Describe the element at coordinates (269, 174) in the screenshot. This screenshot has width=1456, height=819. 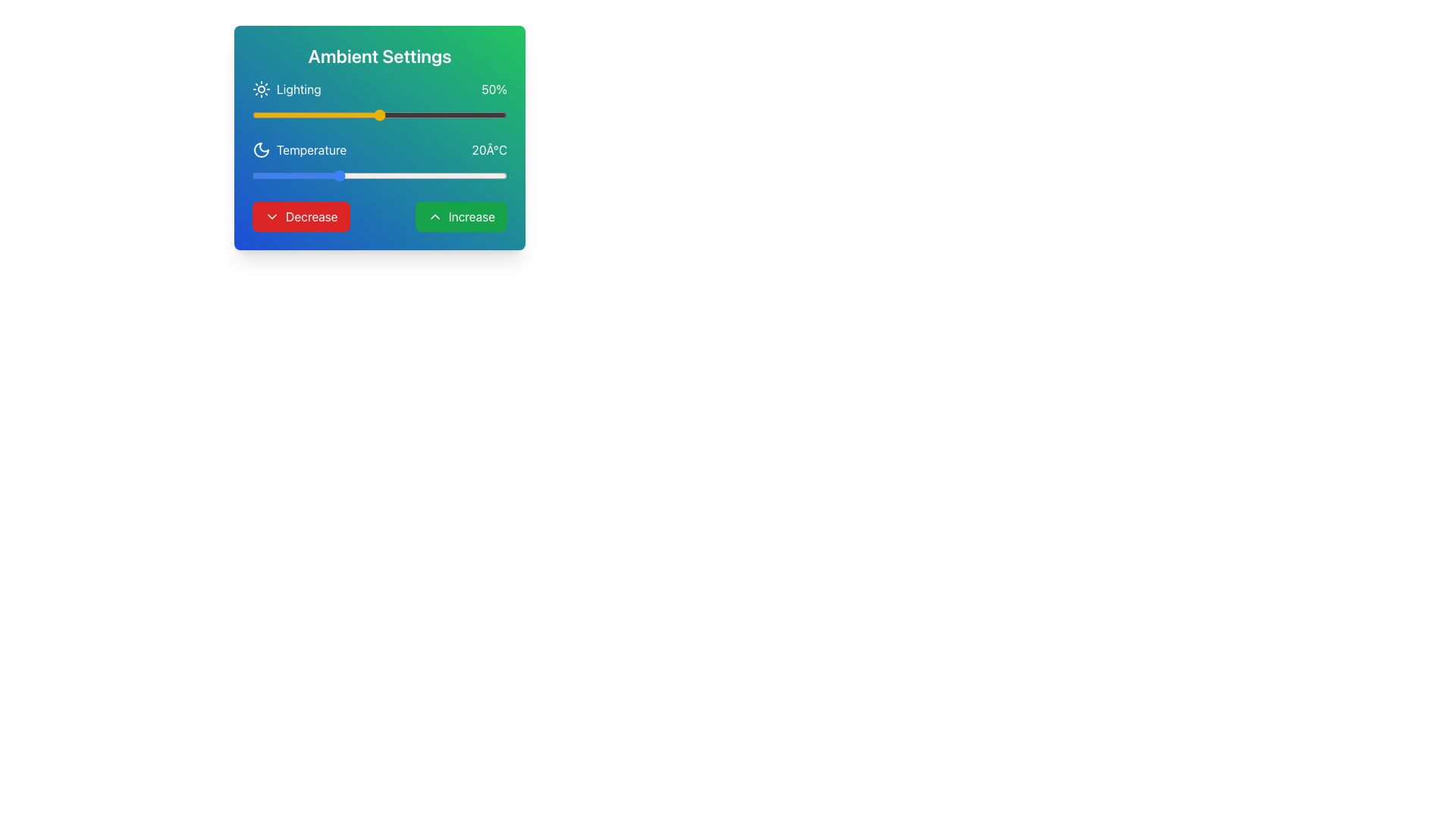
I see `the temperature` at that location.